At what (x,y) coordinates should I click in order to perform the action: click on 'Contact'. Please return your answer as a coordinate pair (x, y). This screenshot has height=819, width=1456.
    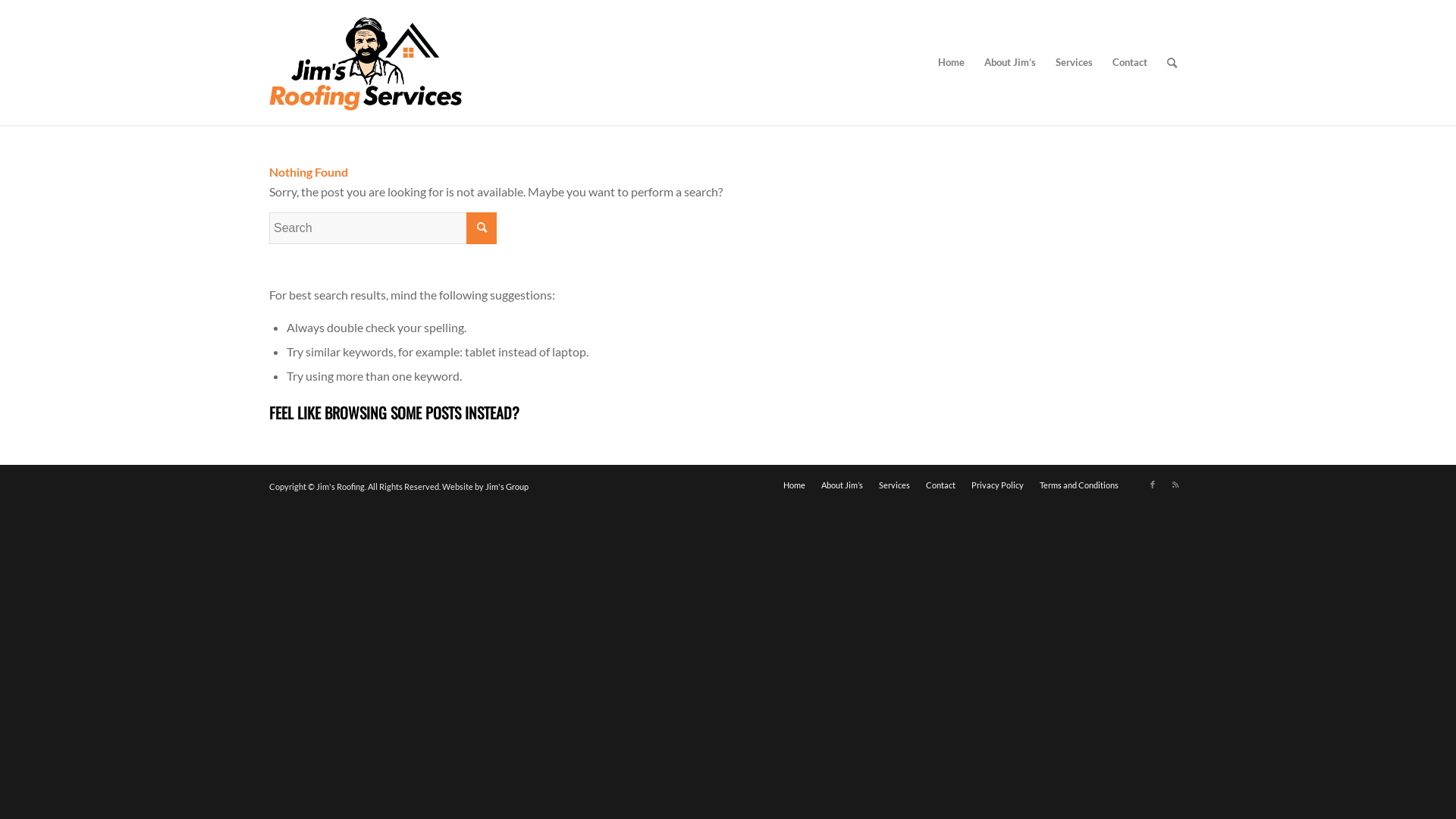
    Looking at the image, I should click on (1129, 61).